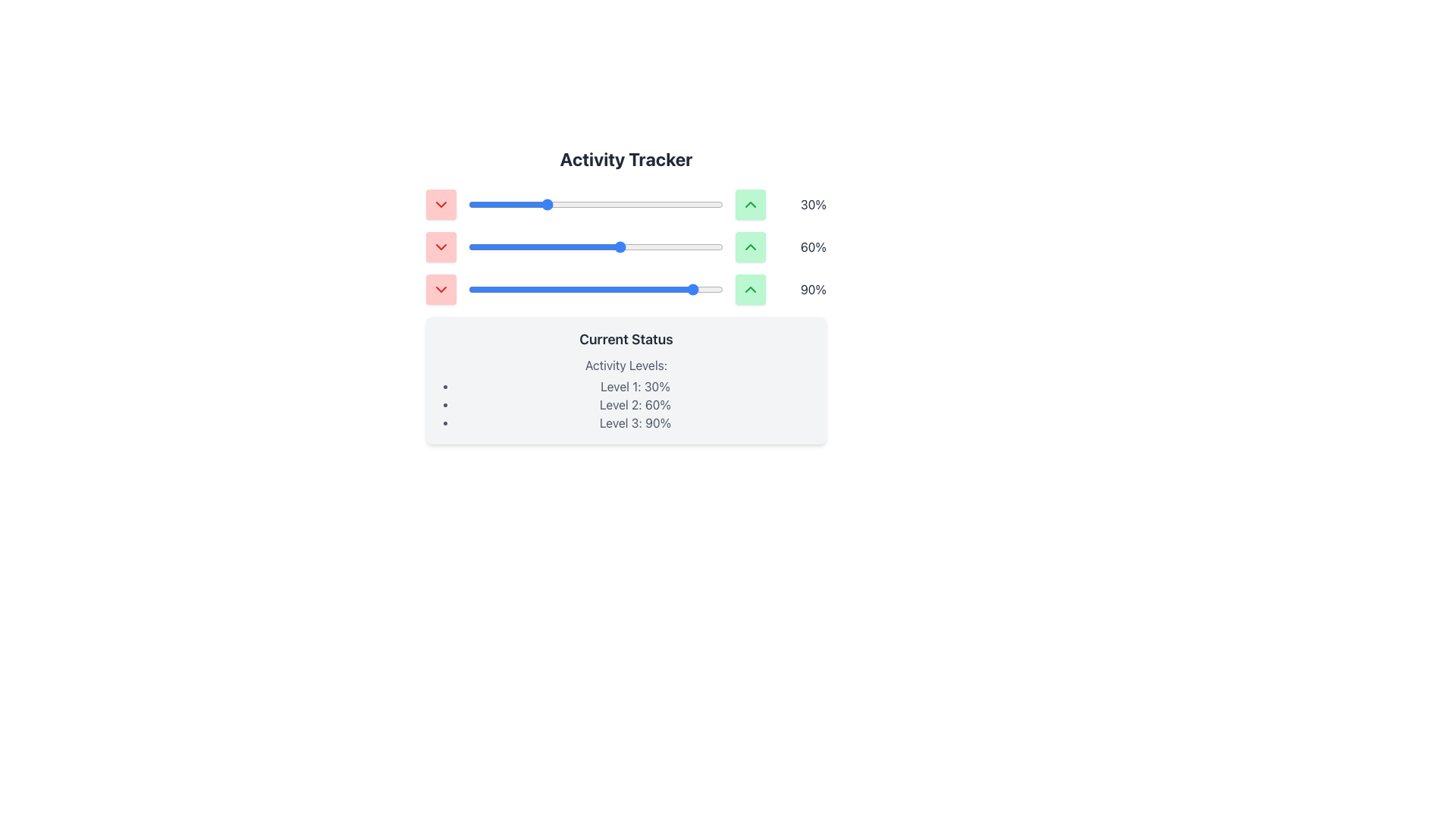 This screenshot has height=819, width=1456. Describe the element at coordinates (522, 289) in the screenshot. I see `the slider value` at that location.